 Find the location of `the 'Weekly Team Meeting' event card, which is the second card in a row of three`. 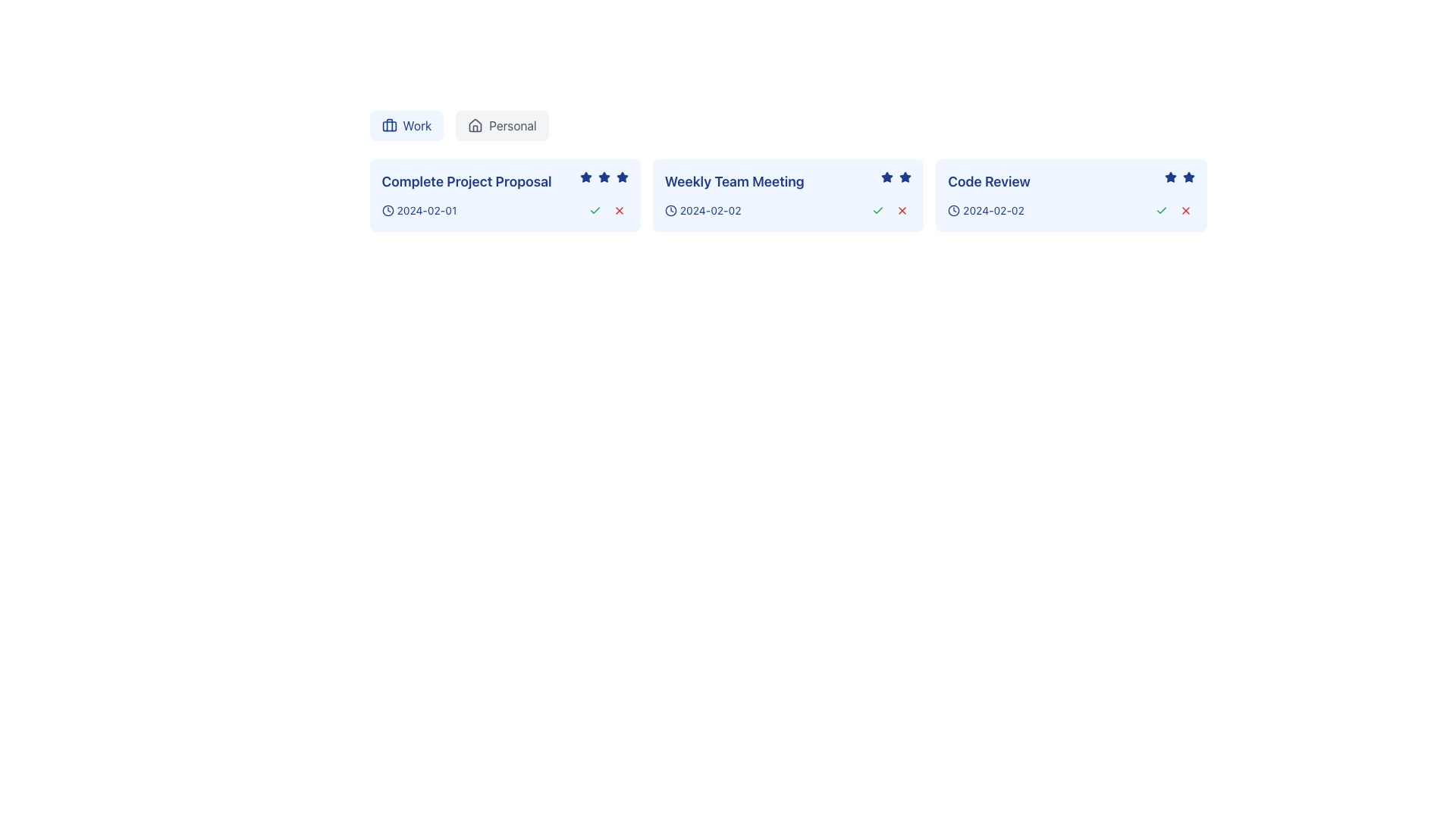

the 'Weekly Team Meeting' event card, which is the second card in a row of three is located at coordinates (788, 195).